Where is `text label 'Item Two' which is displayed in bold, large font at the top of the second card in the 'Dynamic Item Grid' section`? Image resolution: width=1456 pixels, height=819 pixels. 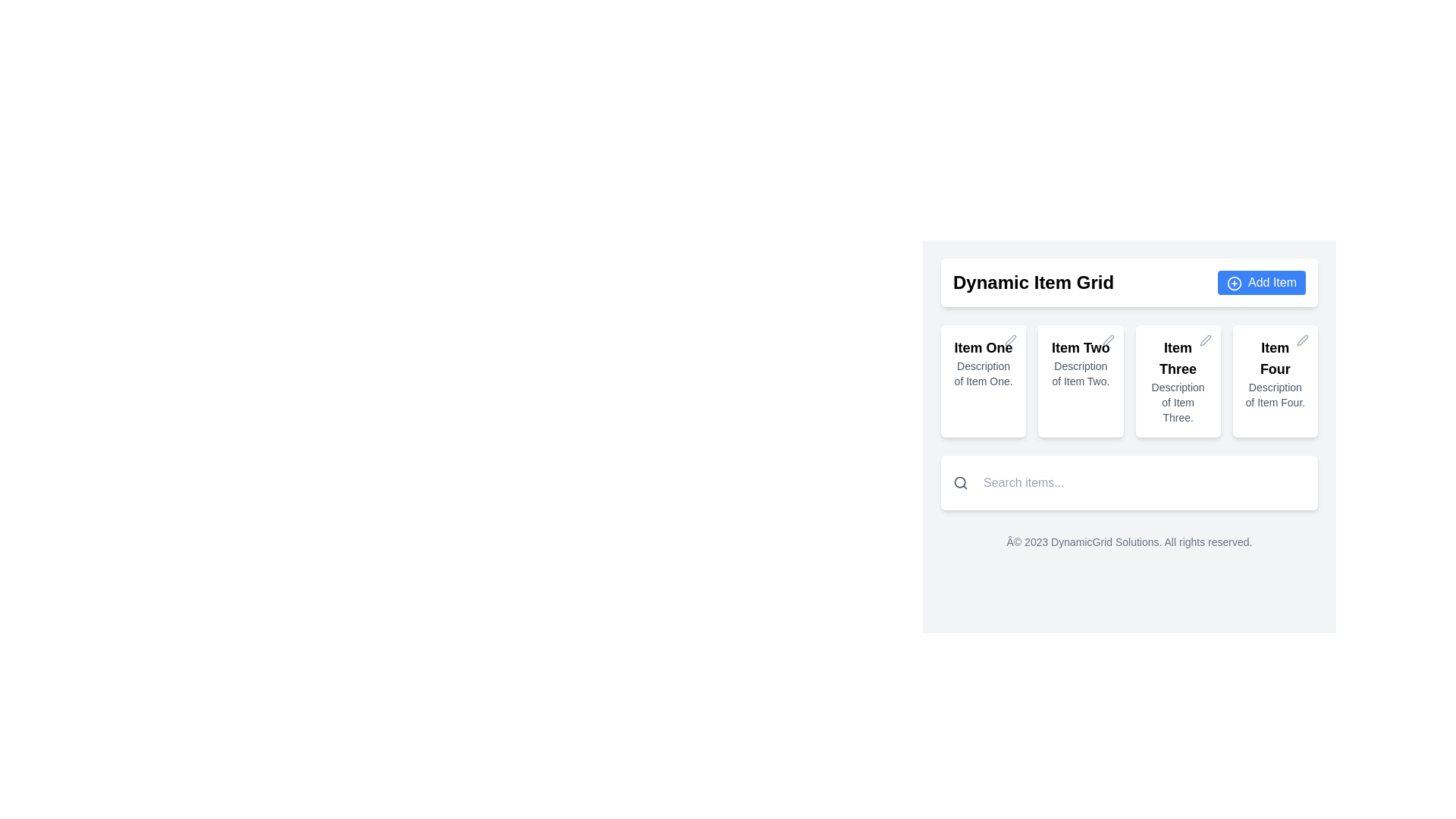
text label 'Item Two' which is displayed in bold, large font at the top of the second card in the 'Dynamic Item Grid' section is located at coordinates (1080, 348).